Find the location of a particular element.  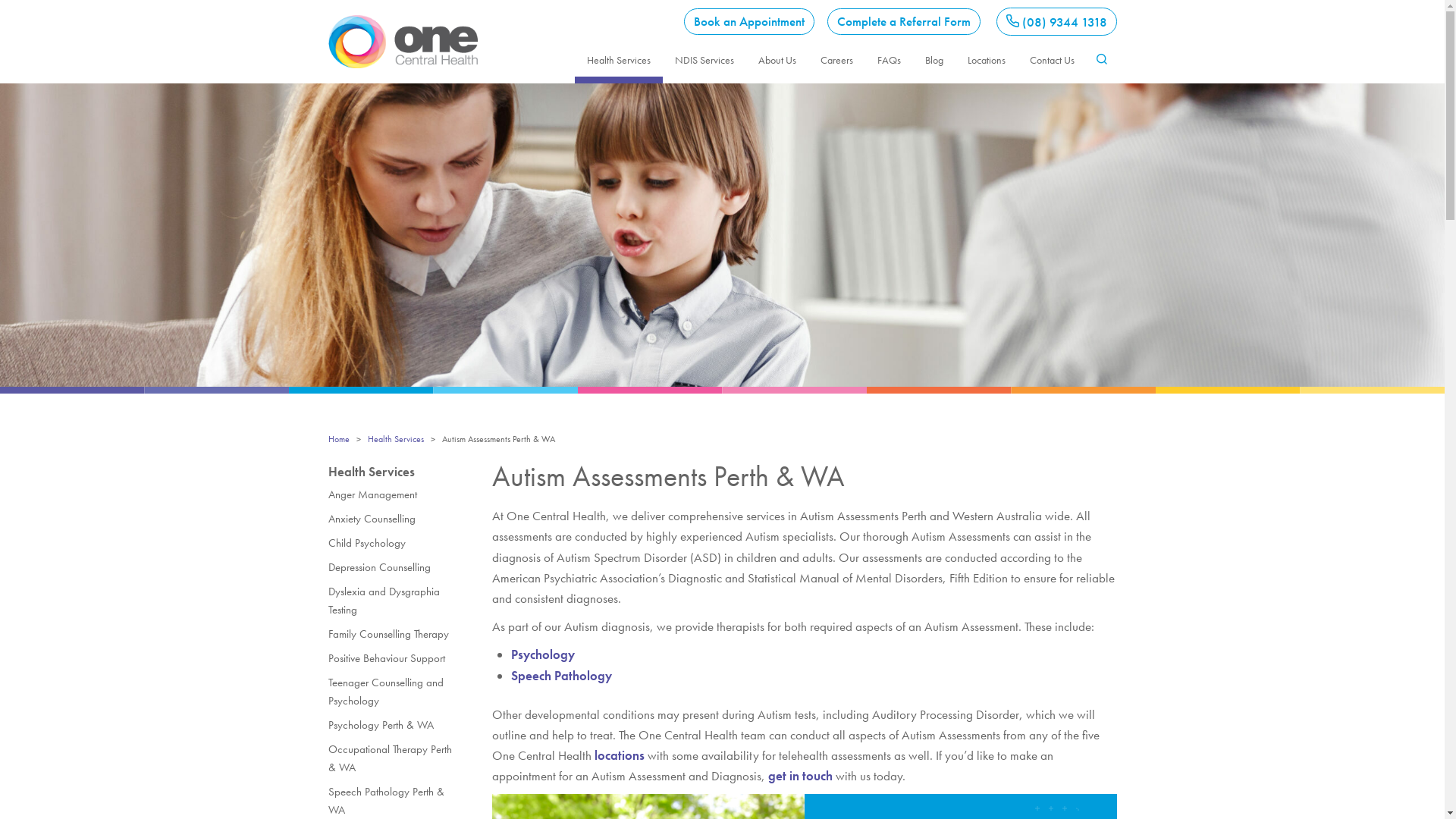

'get in touch' is located at coordinates (799, 775).